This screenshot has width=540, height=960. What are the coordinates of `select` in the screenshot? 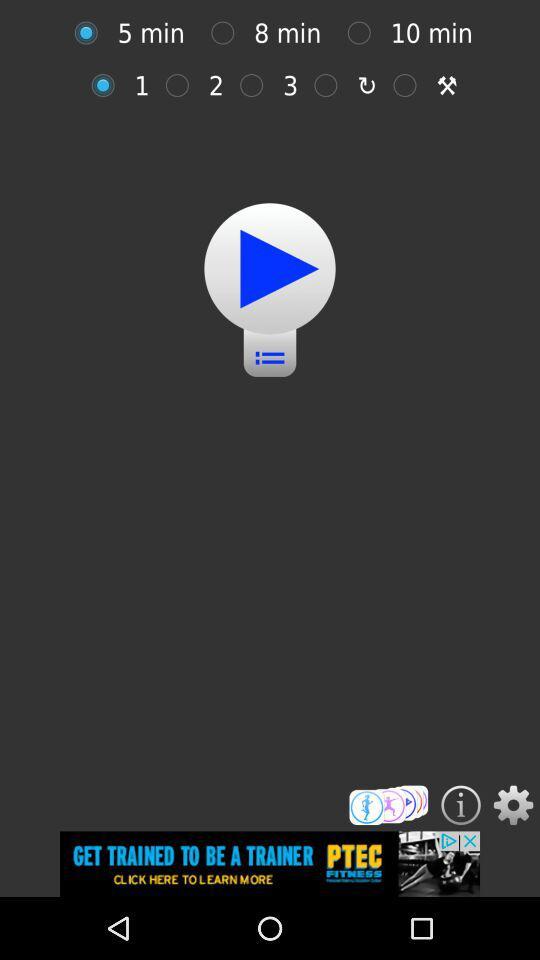 It's located at (409, 85).